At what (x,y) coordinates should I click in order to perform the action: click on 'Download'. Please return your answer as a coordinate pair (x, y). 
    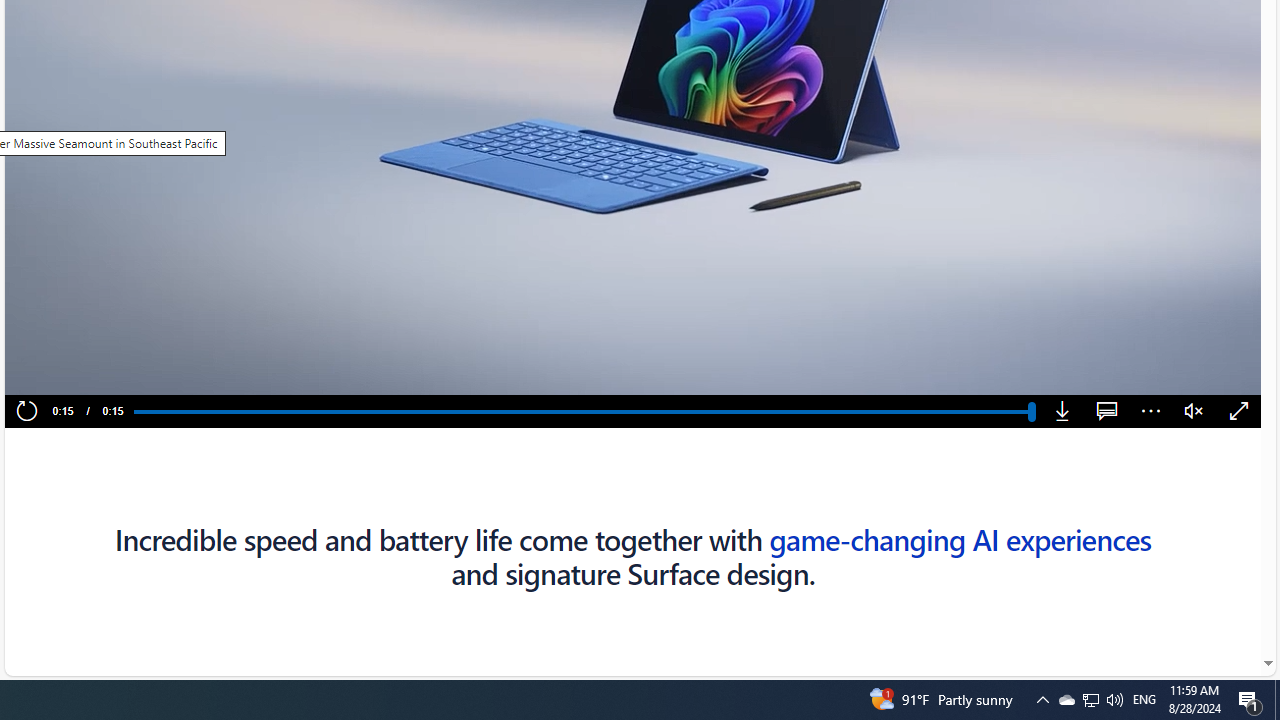
    Looking at the image, I should click on (1062, 411).